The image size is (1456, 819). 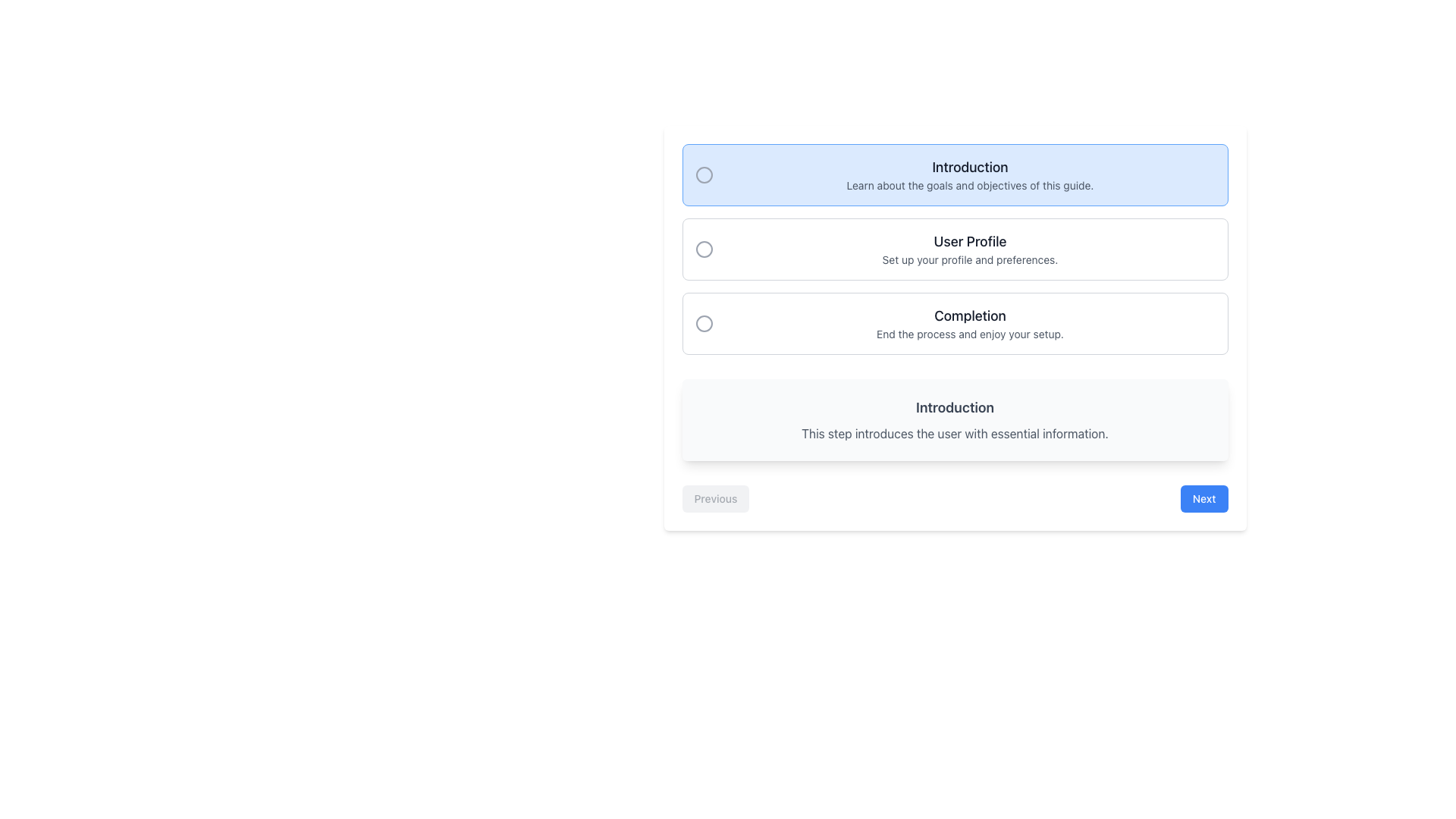 What do you see at coordinates (703, 174) in the screenshot?
I see `the circular gray outlined icon located to the left of the 'Introduction' heading within the highlighted card` at bounding box center [703, 174].